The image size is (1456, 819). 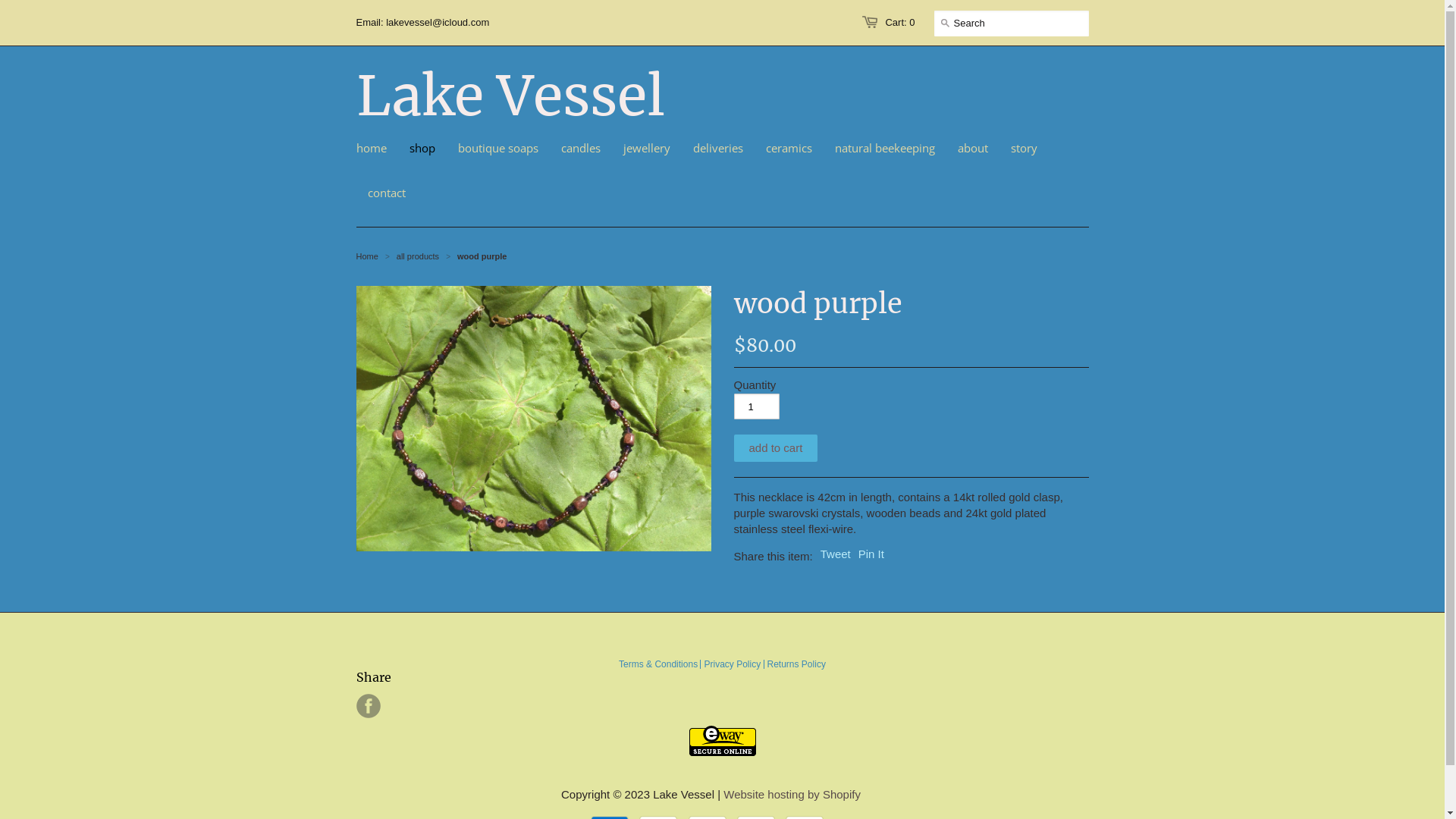 I want to click on 'candles', so click(x=579, y=148).